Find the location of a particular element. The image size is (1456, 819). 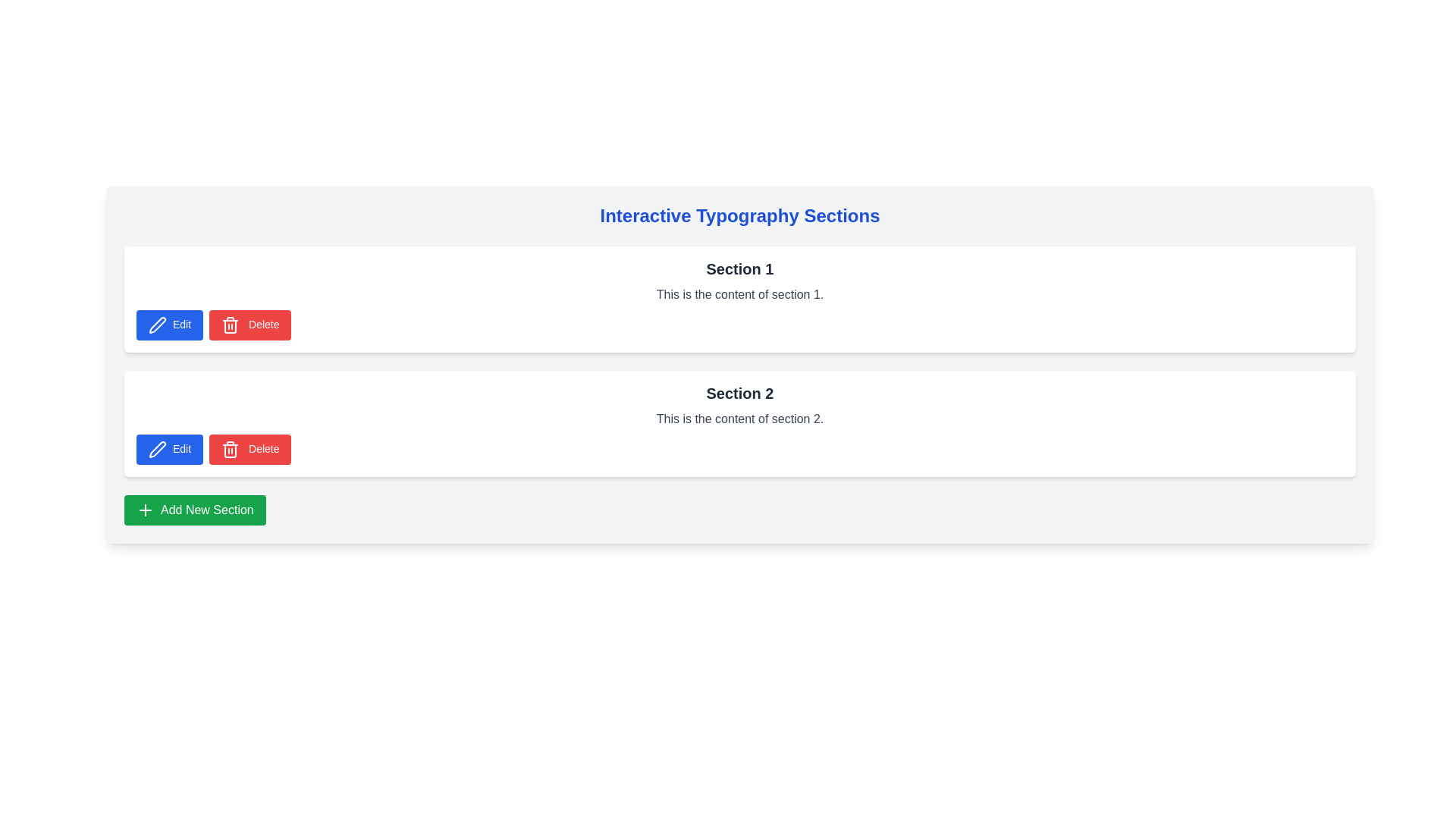

the button located at the bottom of the central content panel is located at coordinates (194, 510).